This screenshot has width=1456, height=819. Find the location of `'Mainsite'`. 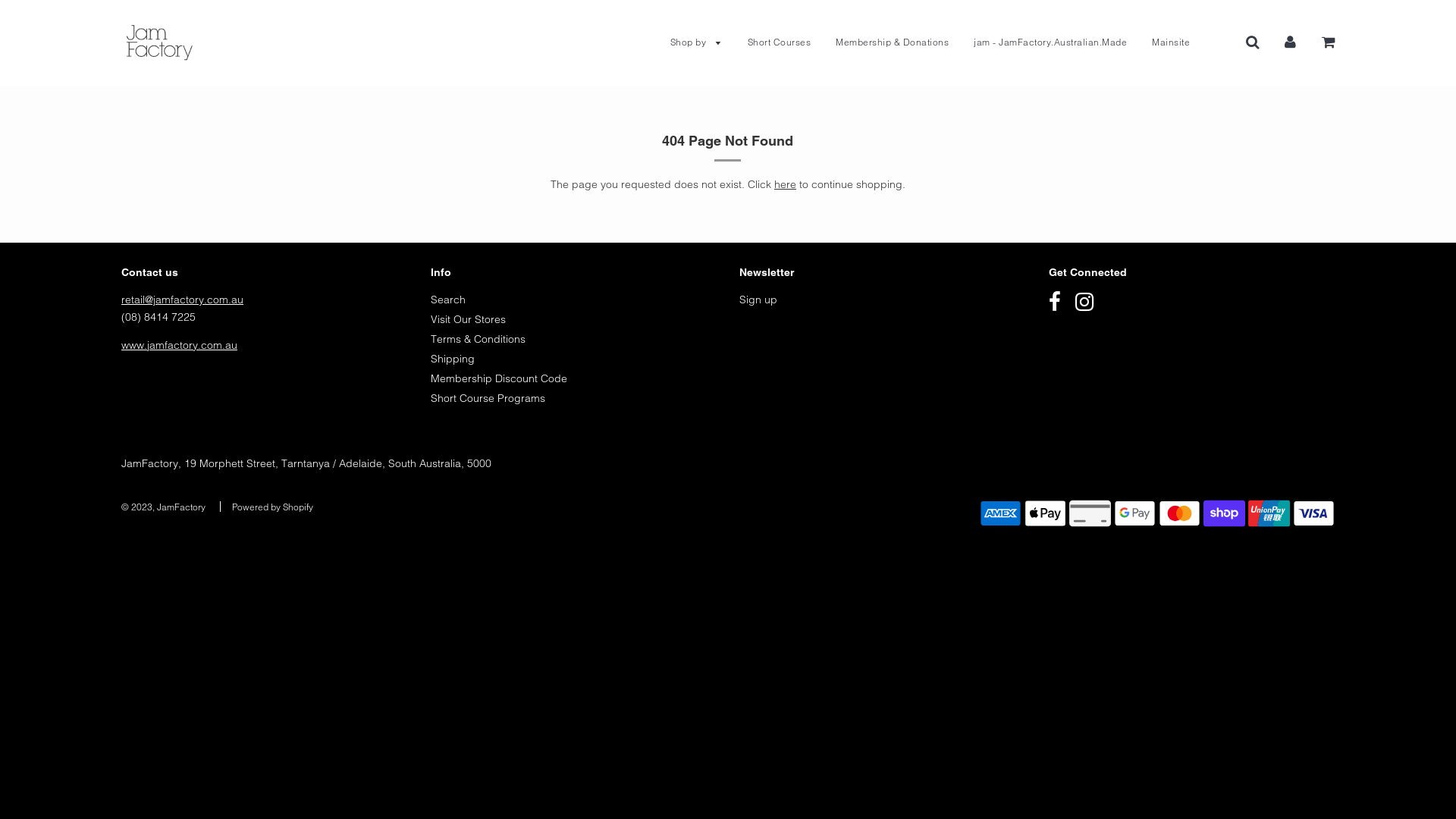

'Mainsite' is located at coordinates (1140, 42).